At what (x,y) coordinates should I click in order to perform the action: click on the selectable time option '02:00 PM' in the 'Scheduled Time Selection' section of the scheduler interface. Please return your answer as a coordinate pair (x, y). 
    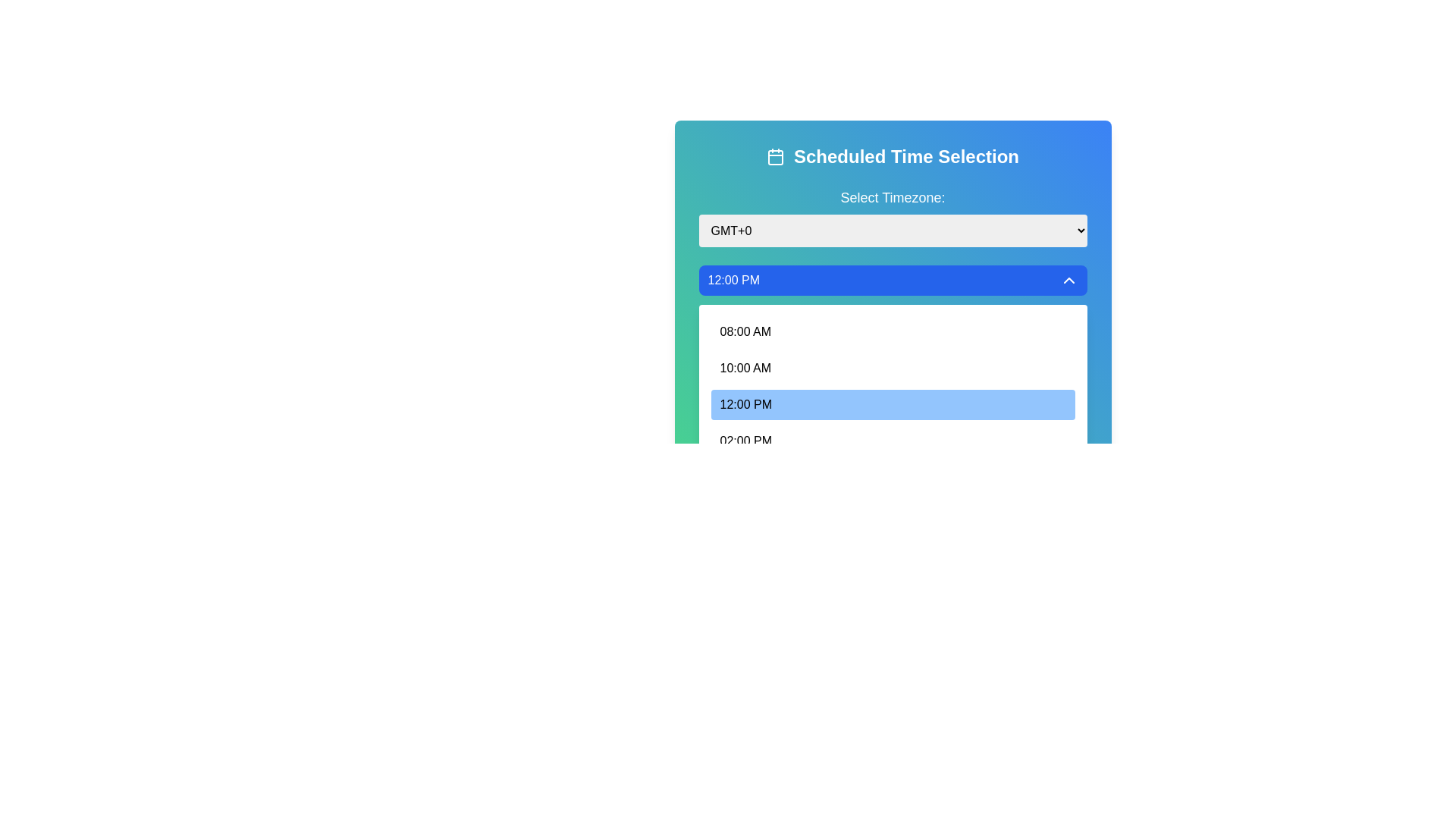
    Looking at the image, I should click on (893, 441).